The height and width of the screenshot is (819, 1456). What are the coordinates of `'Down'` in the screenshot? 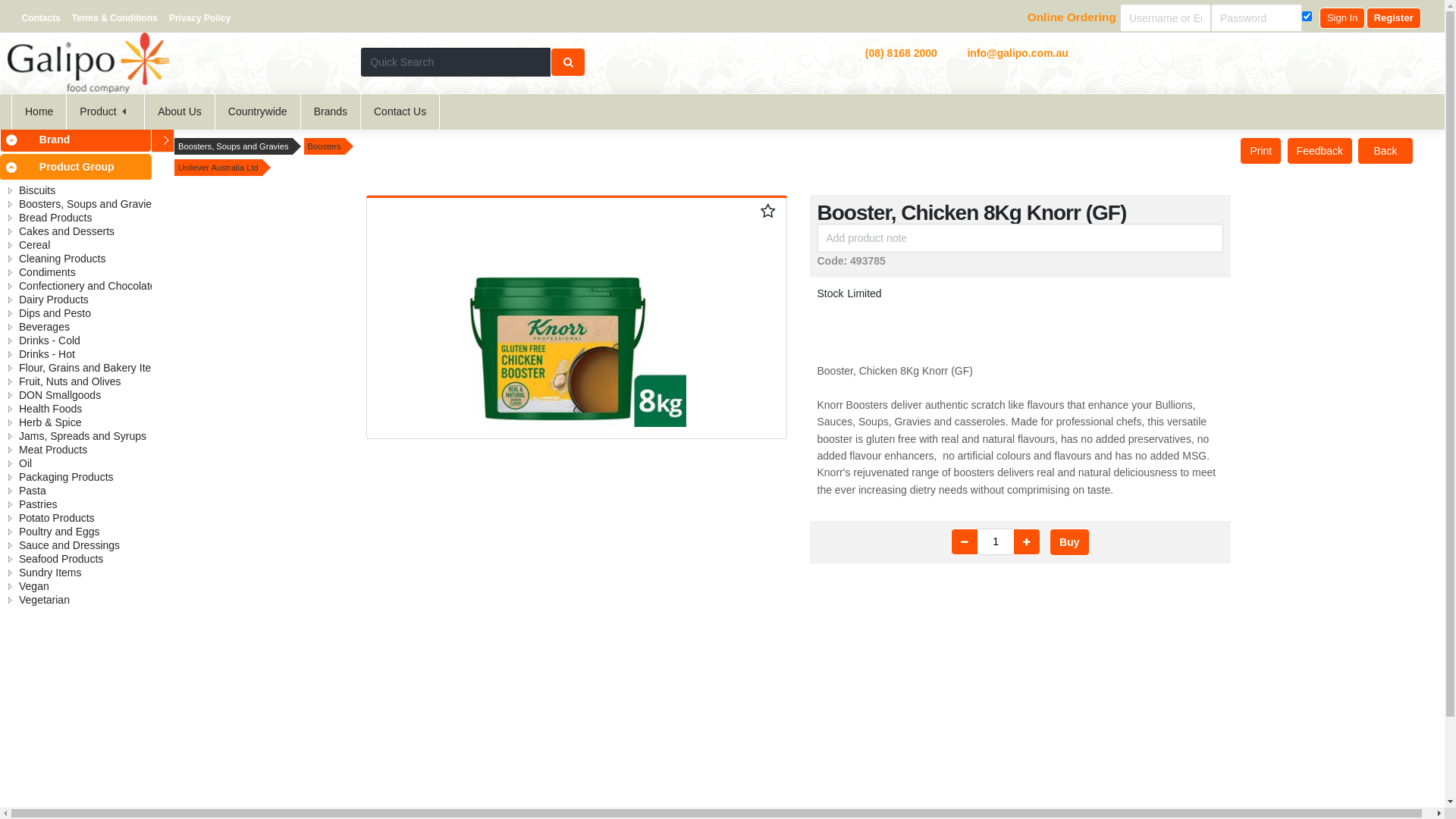 It's located at (964, 541).